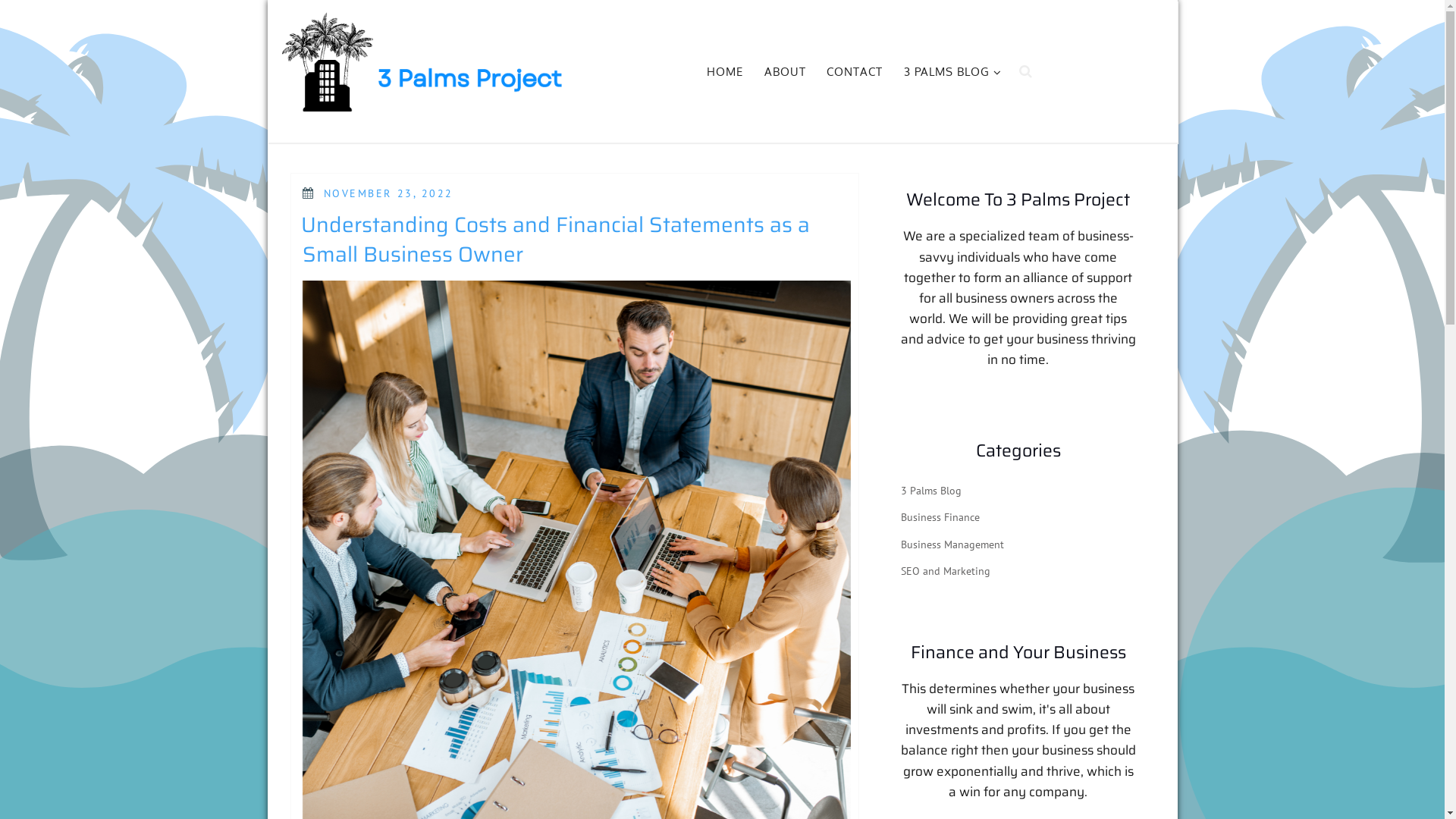 The height and width of the screenshot is (819, 1456). Describe the element at coordinates (755, 72) in the screenshot. I see `'ABOUT'` at that location.